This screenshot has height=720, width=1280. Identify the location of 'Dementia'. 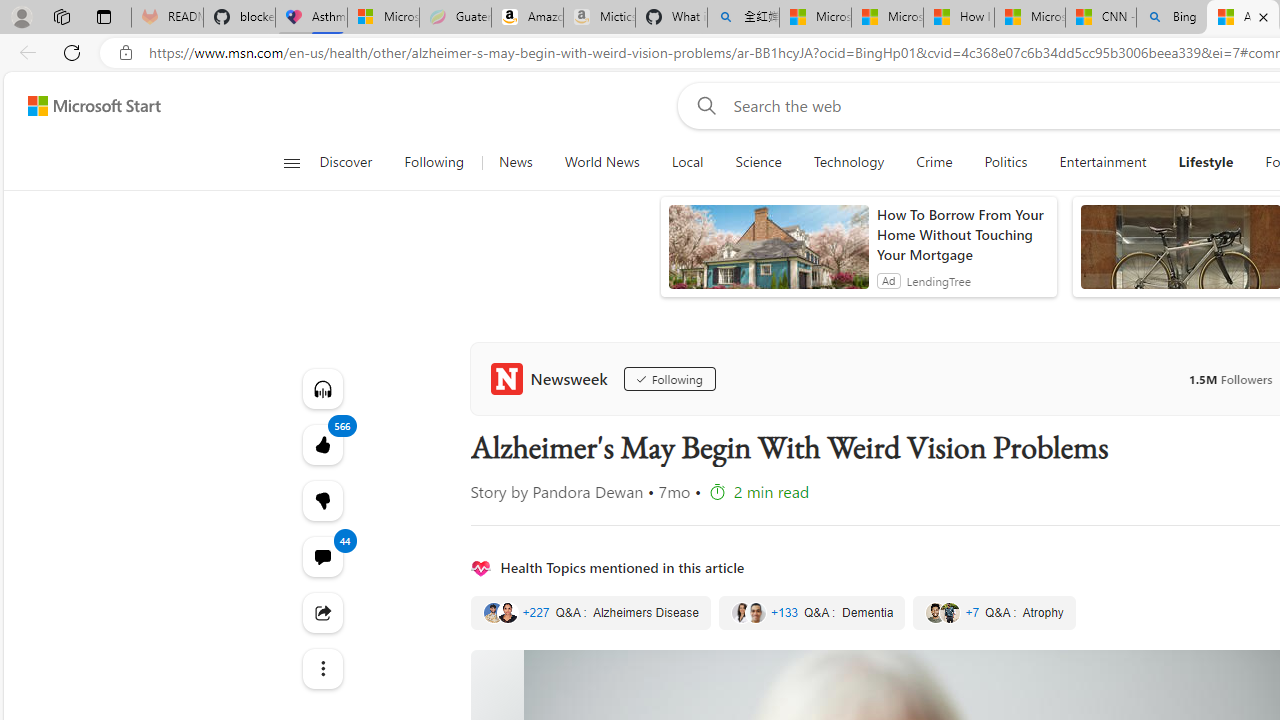
(812, 612).